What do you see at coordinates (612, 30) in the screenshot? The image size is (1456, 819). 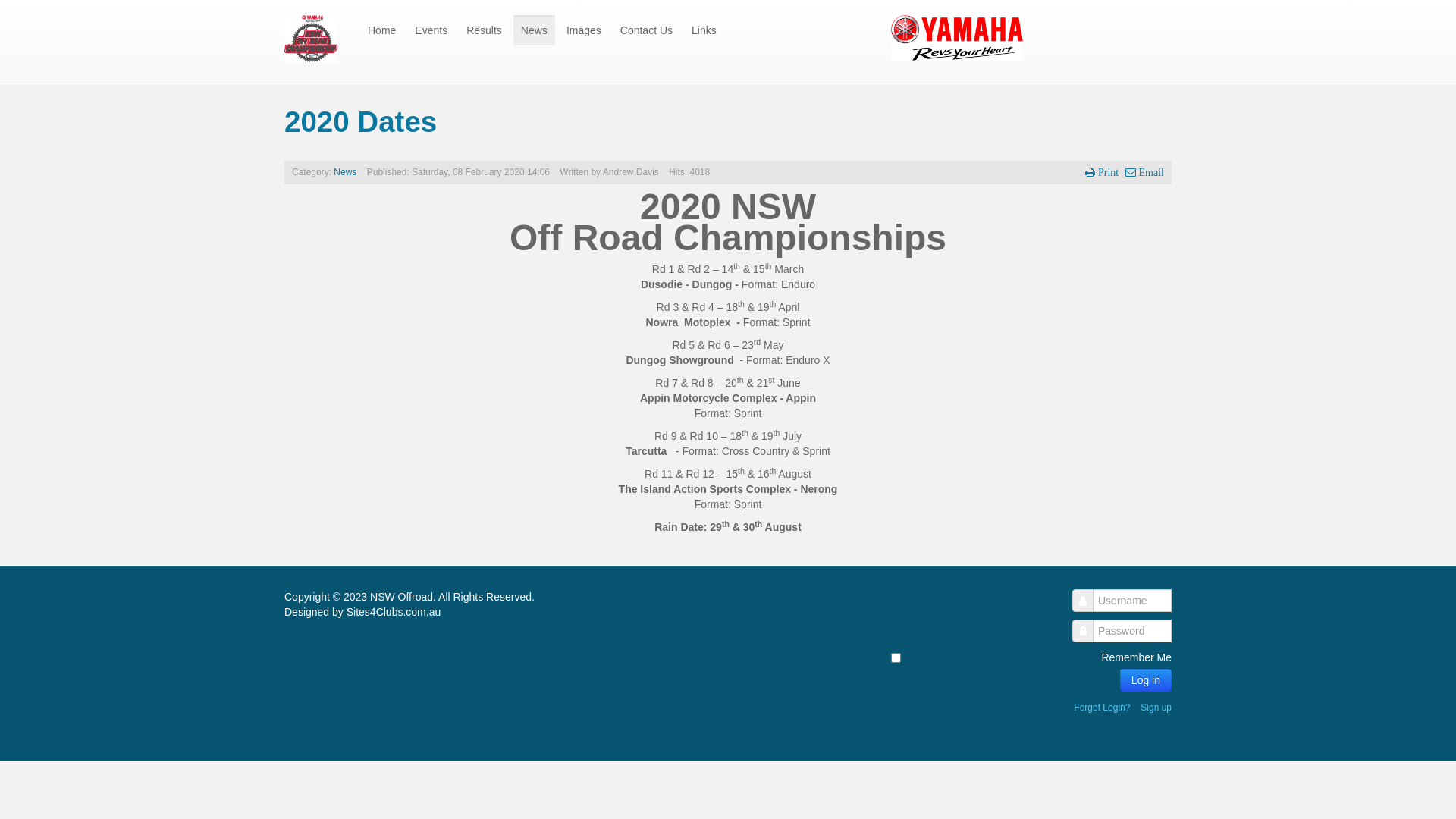 I see `'Contact Us'` at bounding box center [612, 30].